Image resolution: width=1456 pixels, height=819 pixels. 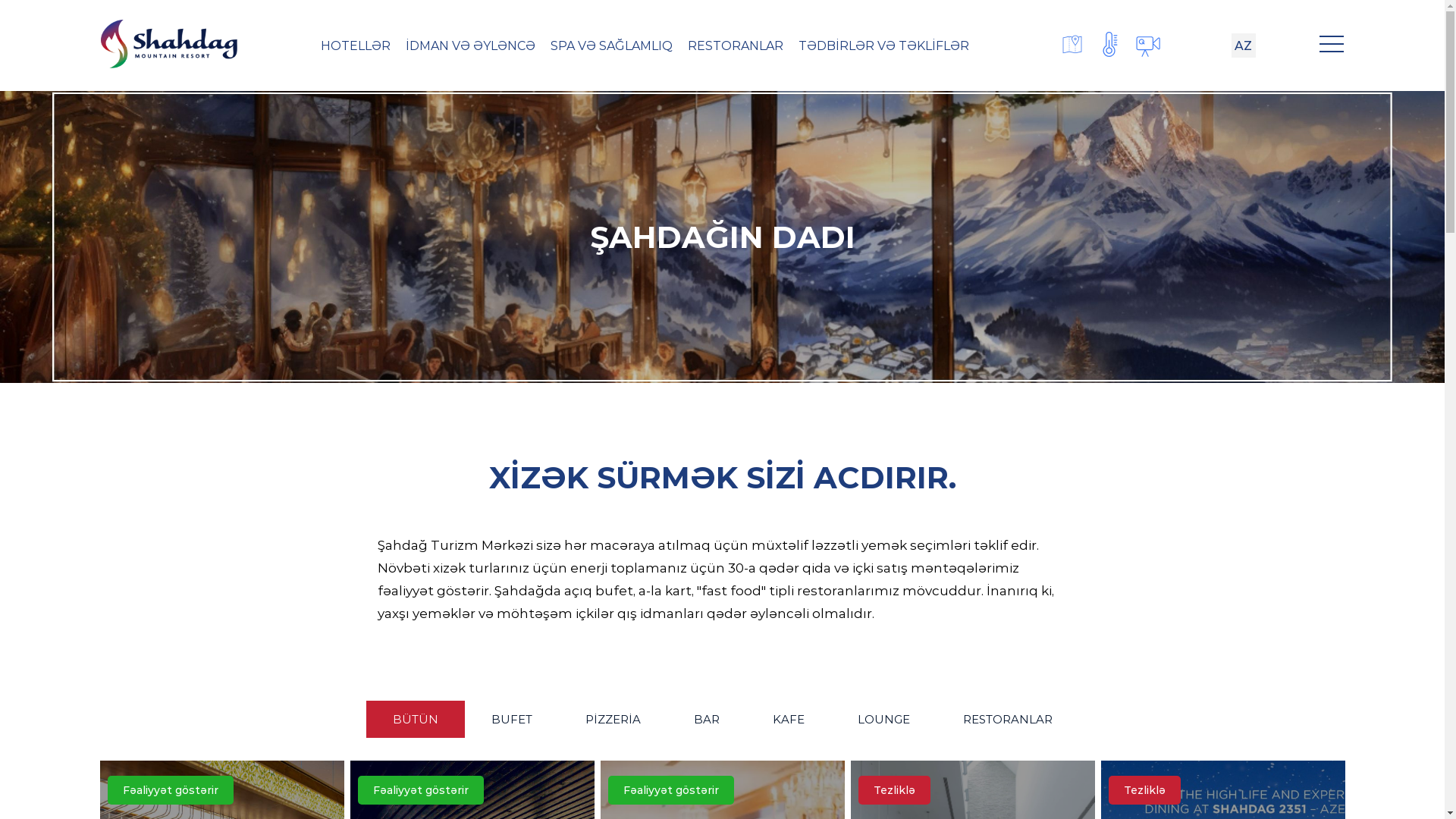 I want to click on 'BUFET', so click(x=510, y=718).